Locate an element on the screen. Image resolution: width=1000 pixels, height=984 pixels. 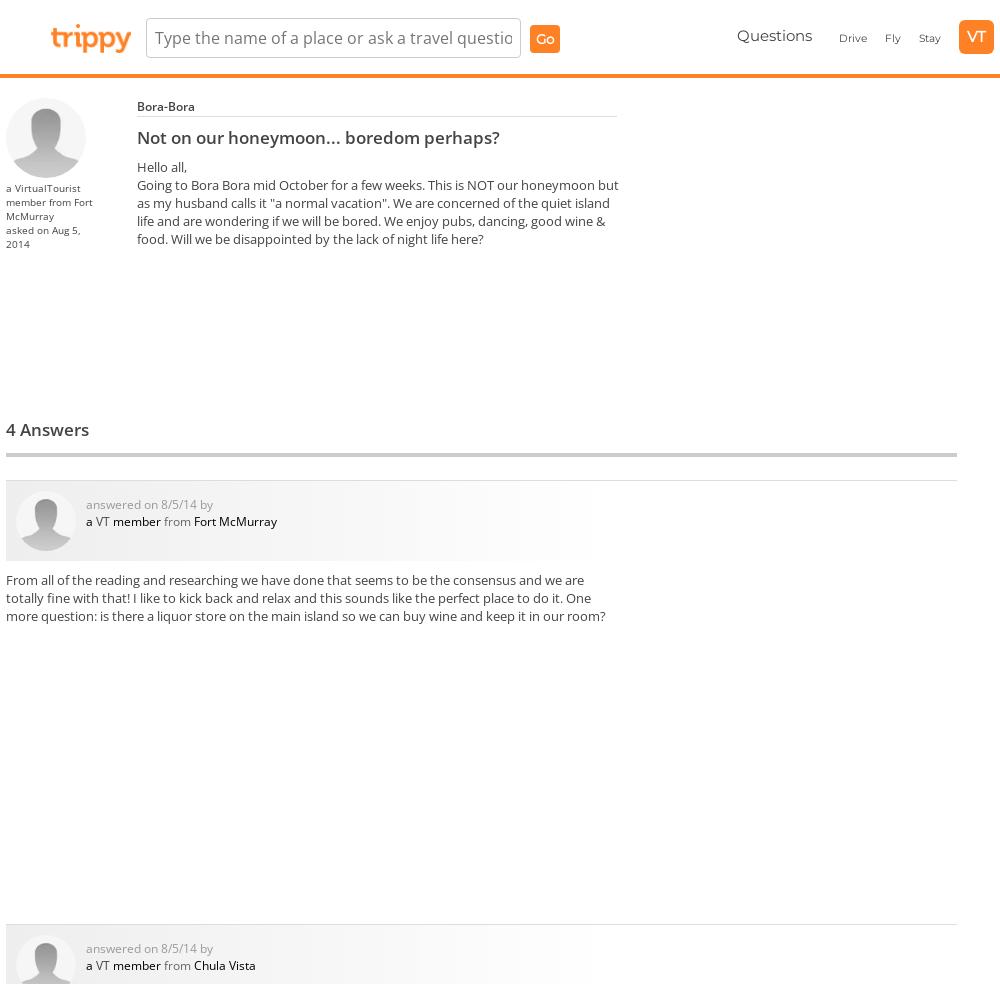
'Go' is located at coordinates (545, 37).